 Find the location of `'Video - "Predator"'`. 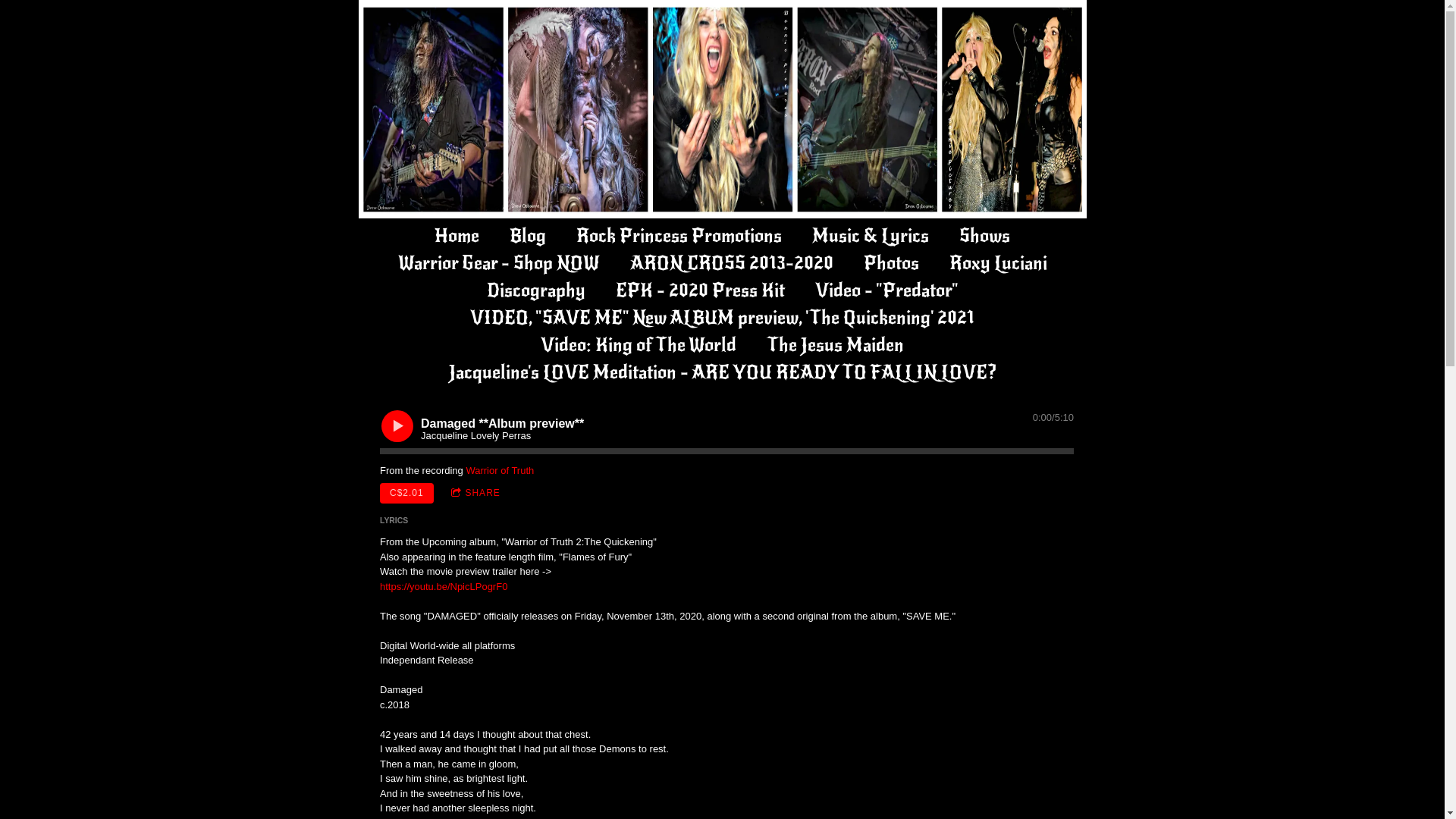

'Video - "Predator"' is located at coordinates (886, 290).